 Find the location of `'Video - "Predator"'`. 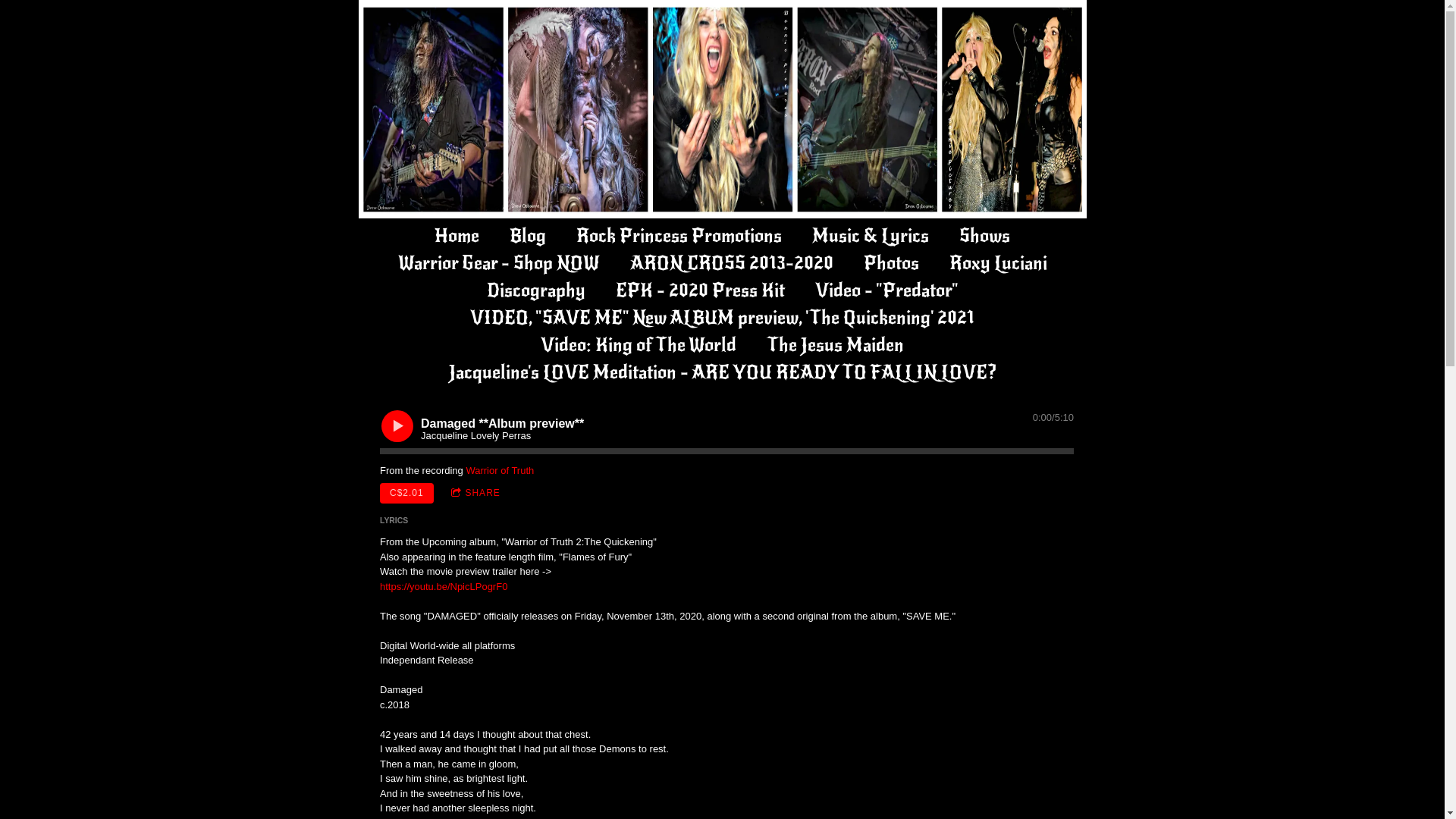

'Video - "Predator"' is located at coordinates (886, 290).